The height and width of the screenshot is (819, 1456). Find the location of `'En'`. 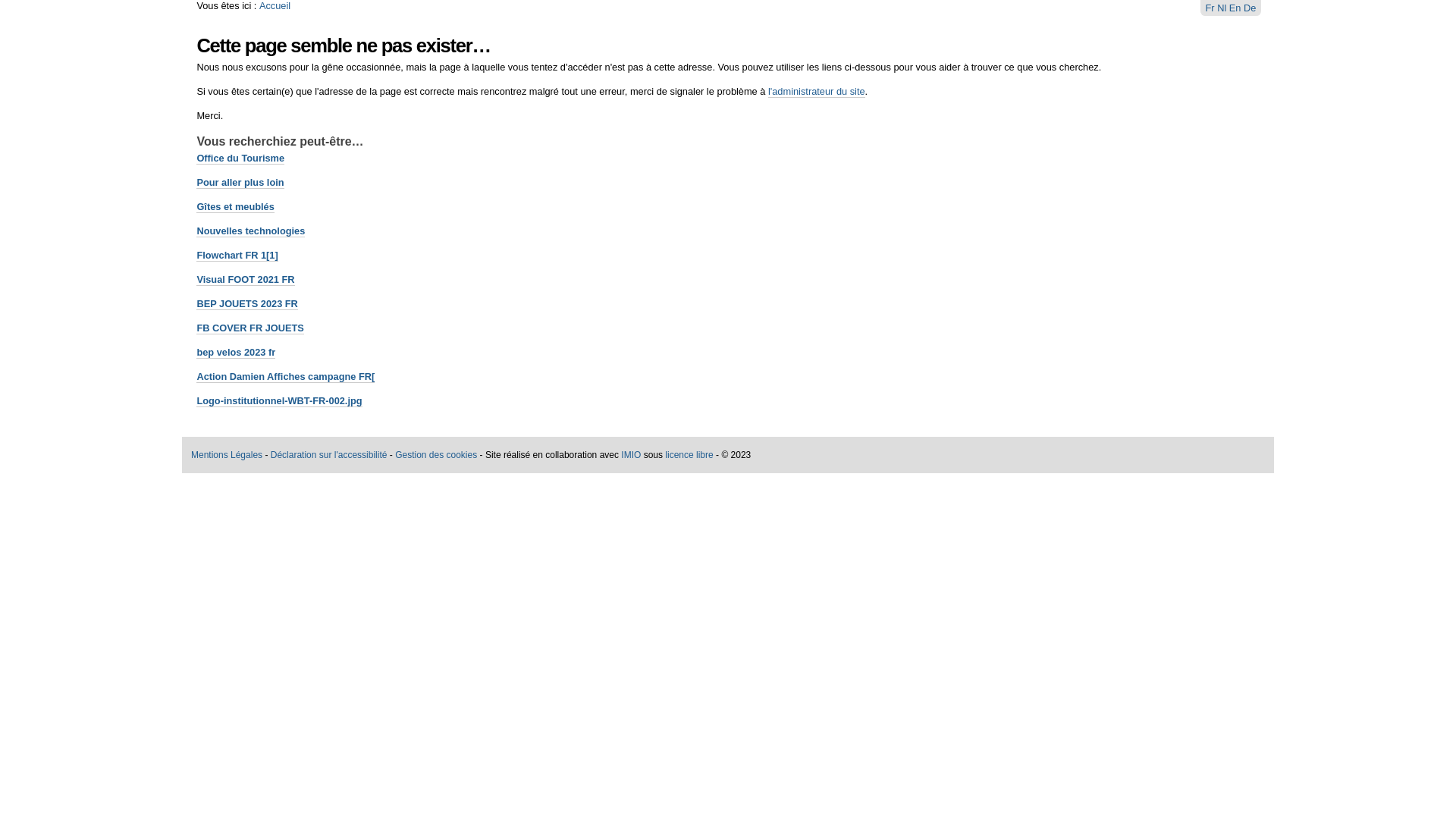

'En' is located at coordinates (1236, 8).